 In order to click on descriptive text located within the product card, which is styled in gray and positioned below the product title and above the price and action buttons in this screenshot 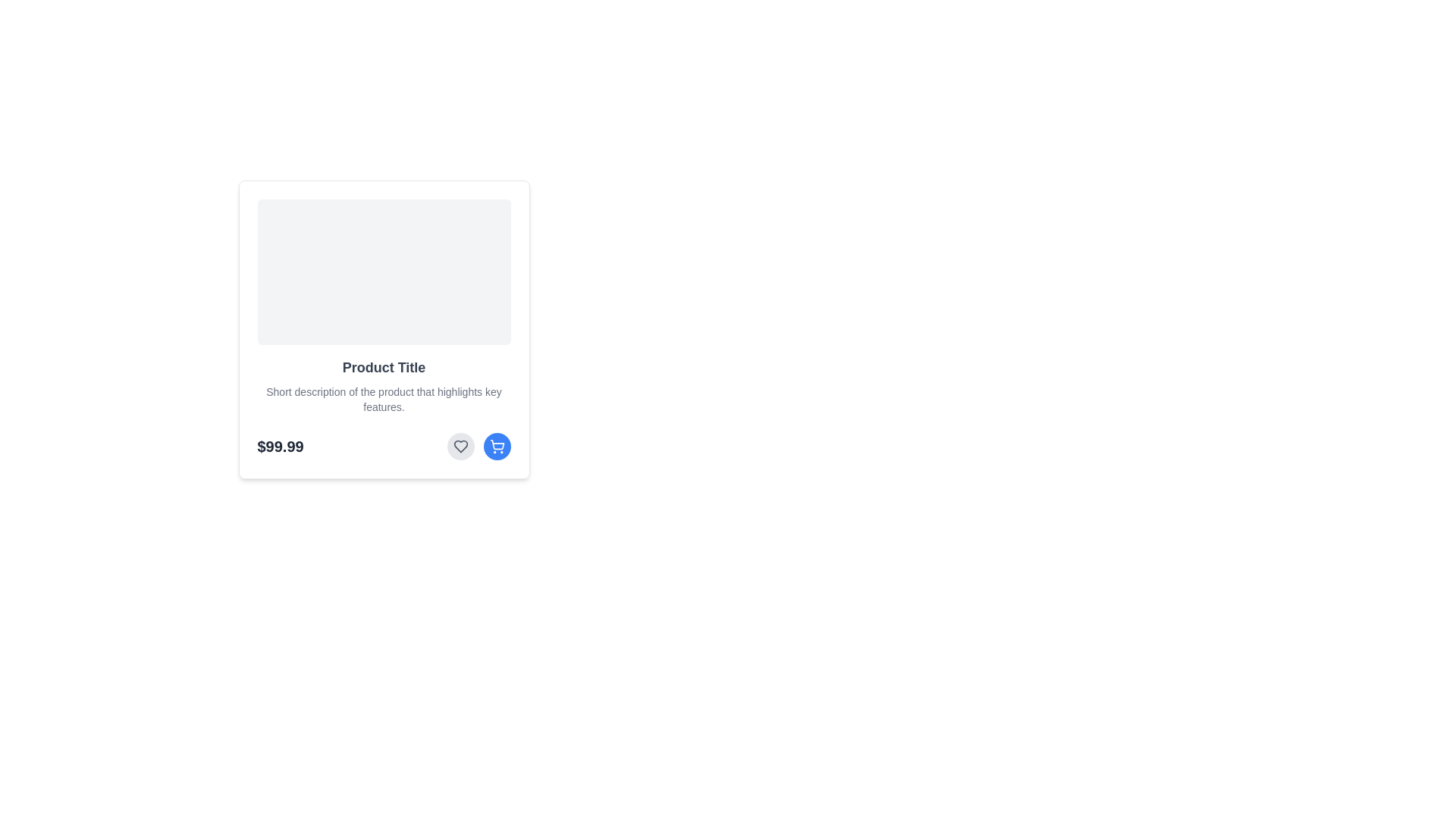, I will do `click(384, 399)`.